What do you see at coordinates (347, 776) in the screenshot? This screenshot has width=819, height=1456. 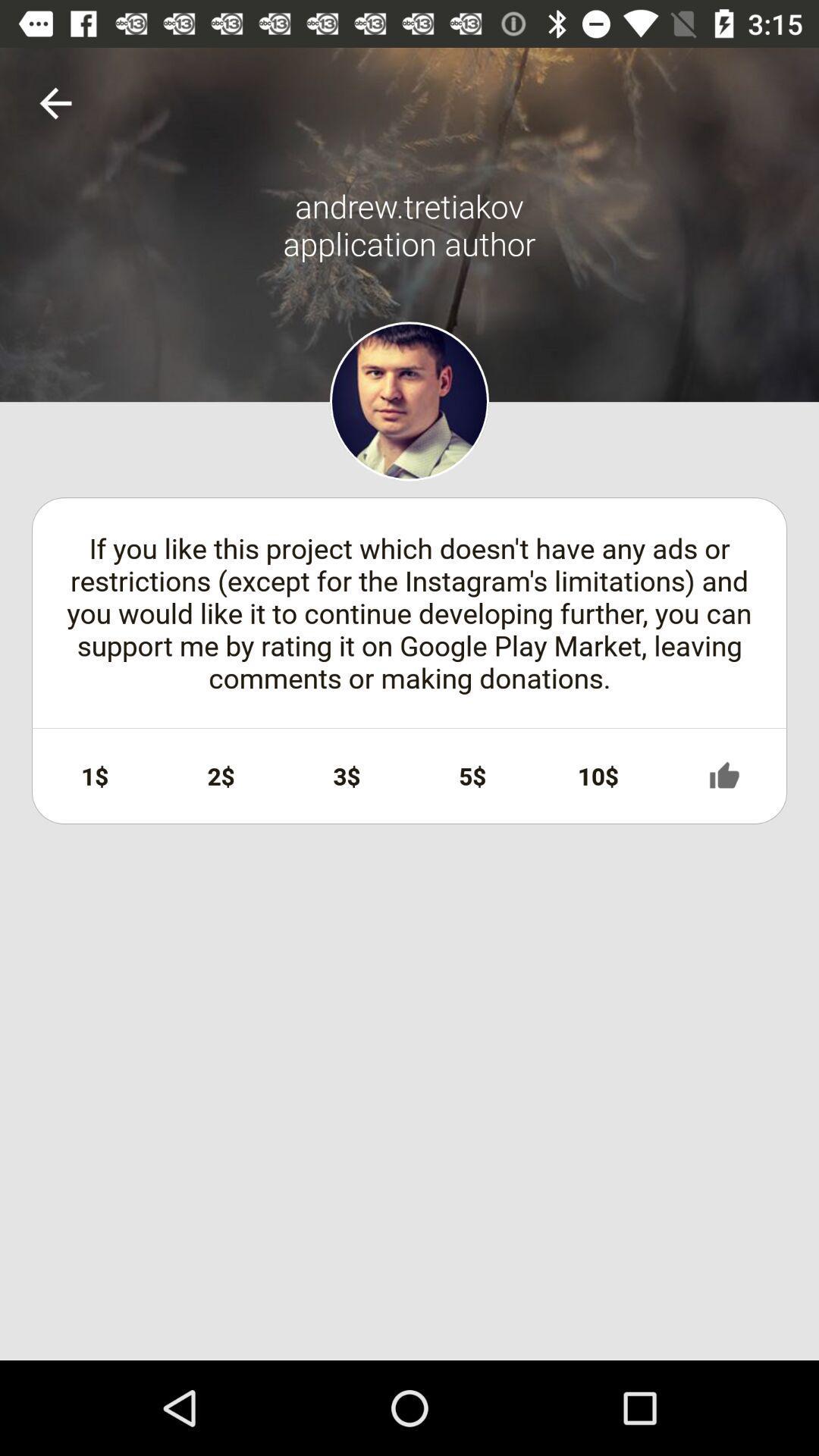 I see `3$` at bounding box center [347, 776].